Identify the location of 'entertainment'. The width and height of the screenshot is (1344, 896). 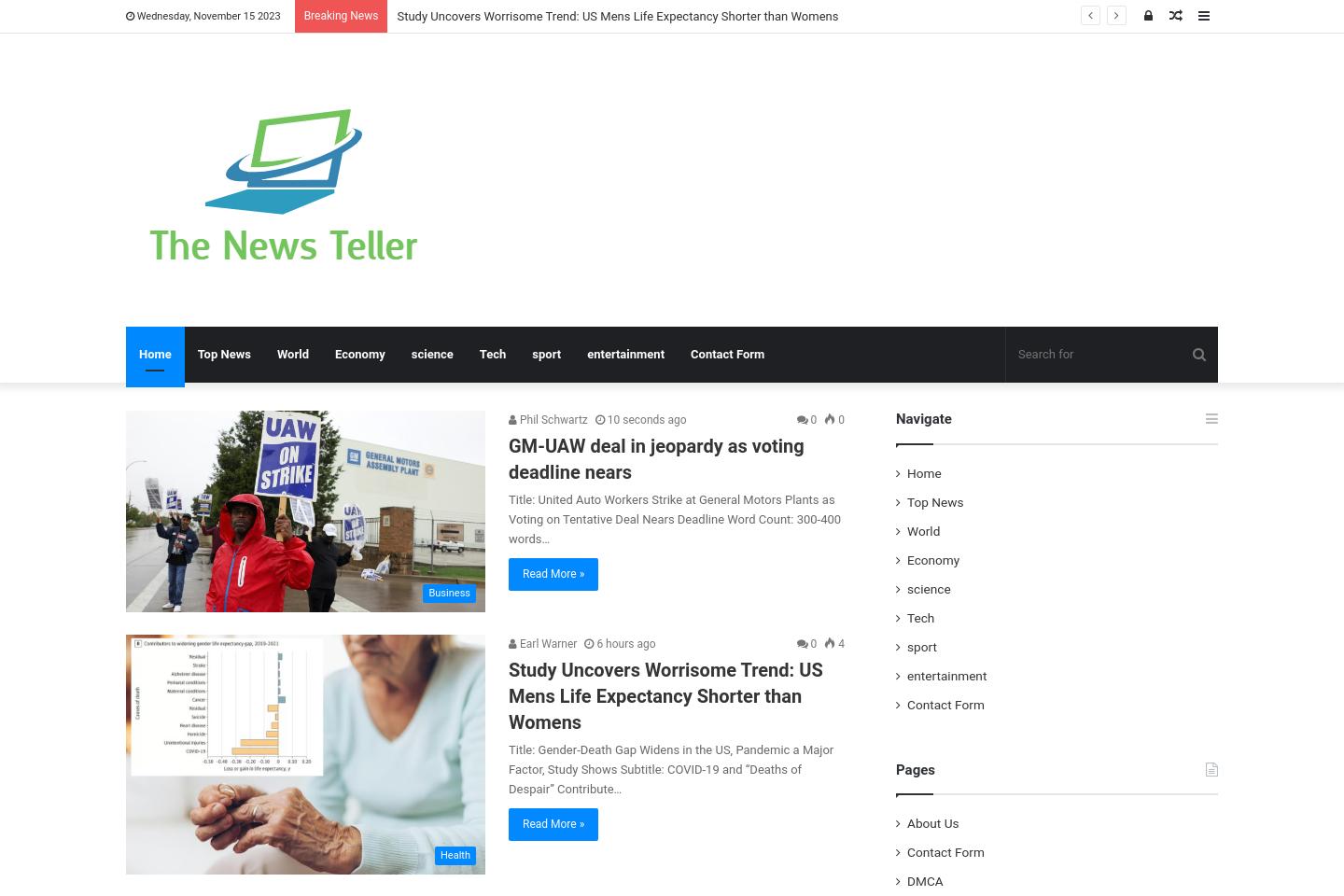
(945, 673).